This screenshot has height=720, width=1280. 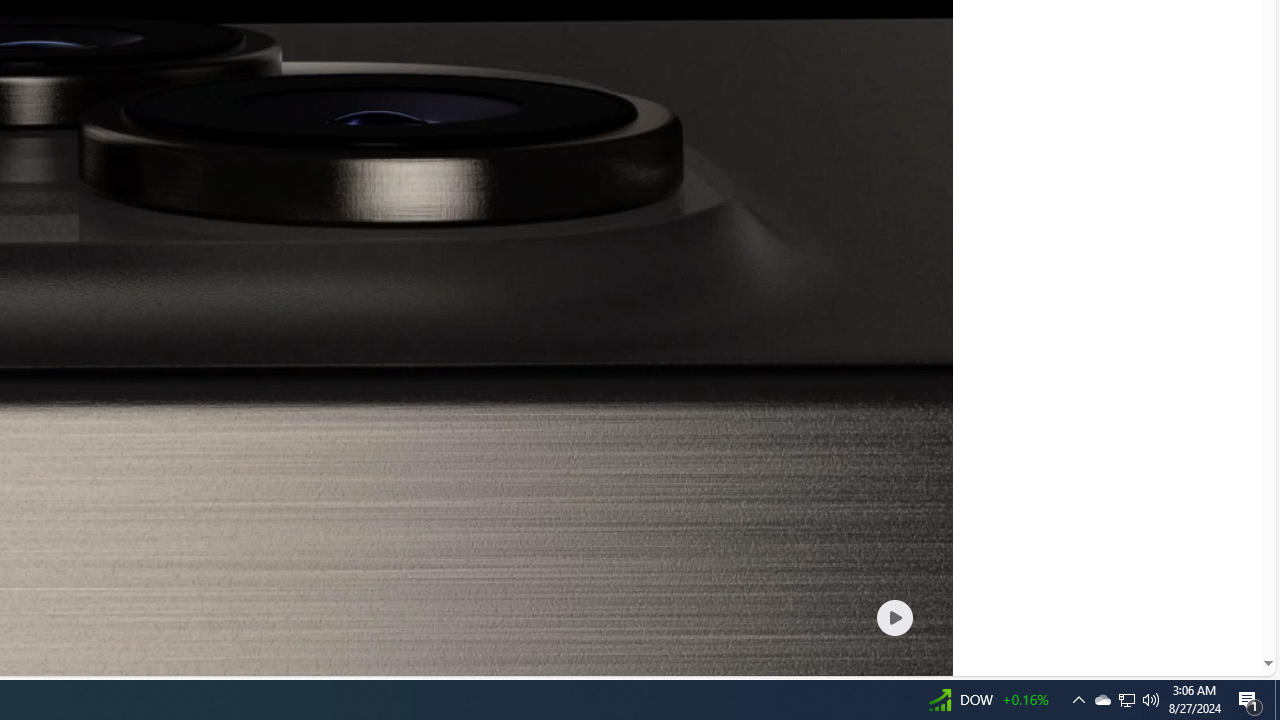 I want to click on 'Play welcome animation video', so click(x=893, y=616).